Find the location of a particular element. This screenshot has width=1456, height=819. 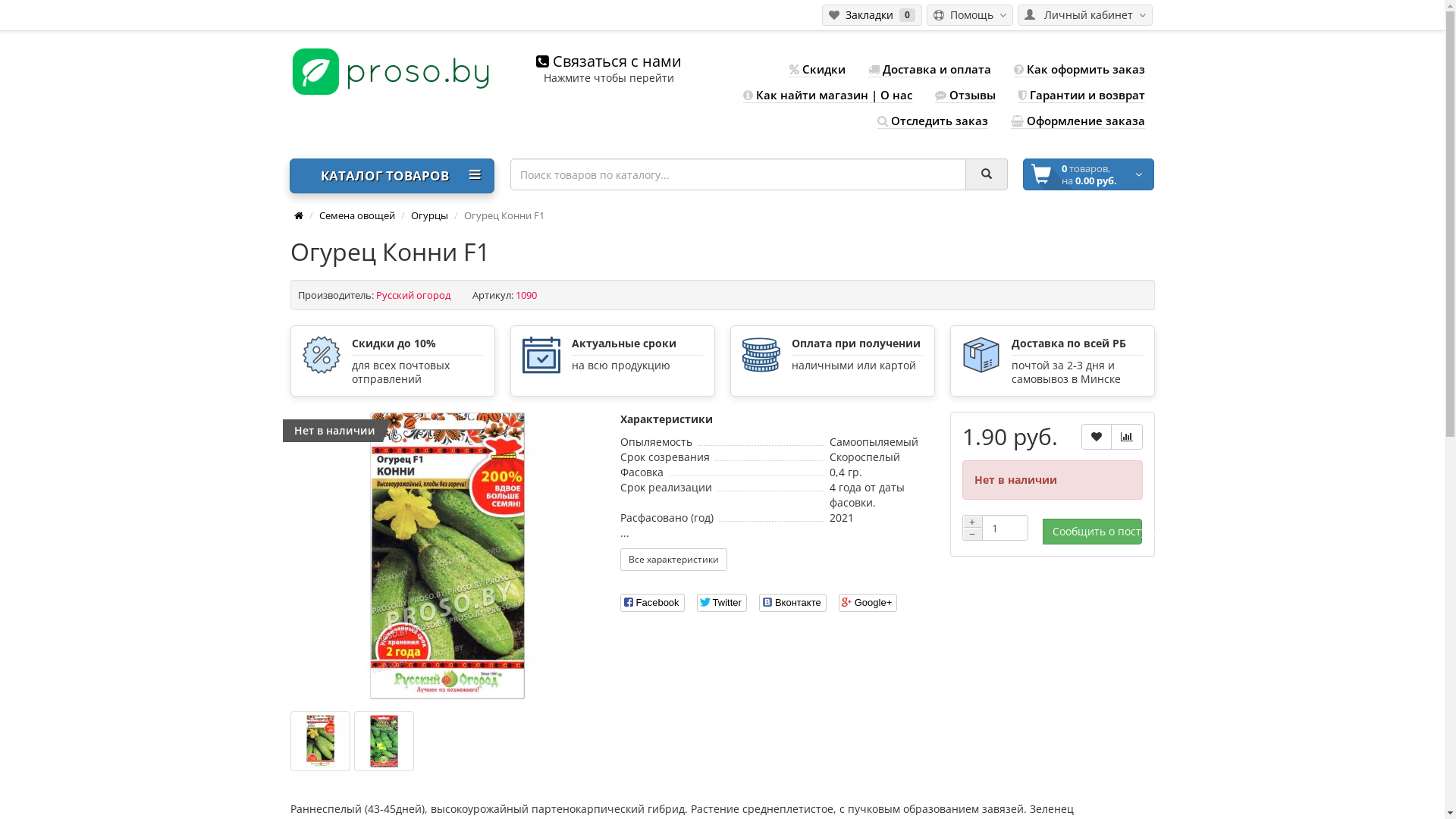

'+' is located at coordinates (972, 520).